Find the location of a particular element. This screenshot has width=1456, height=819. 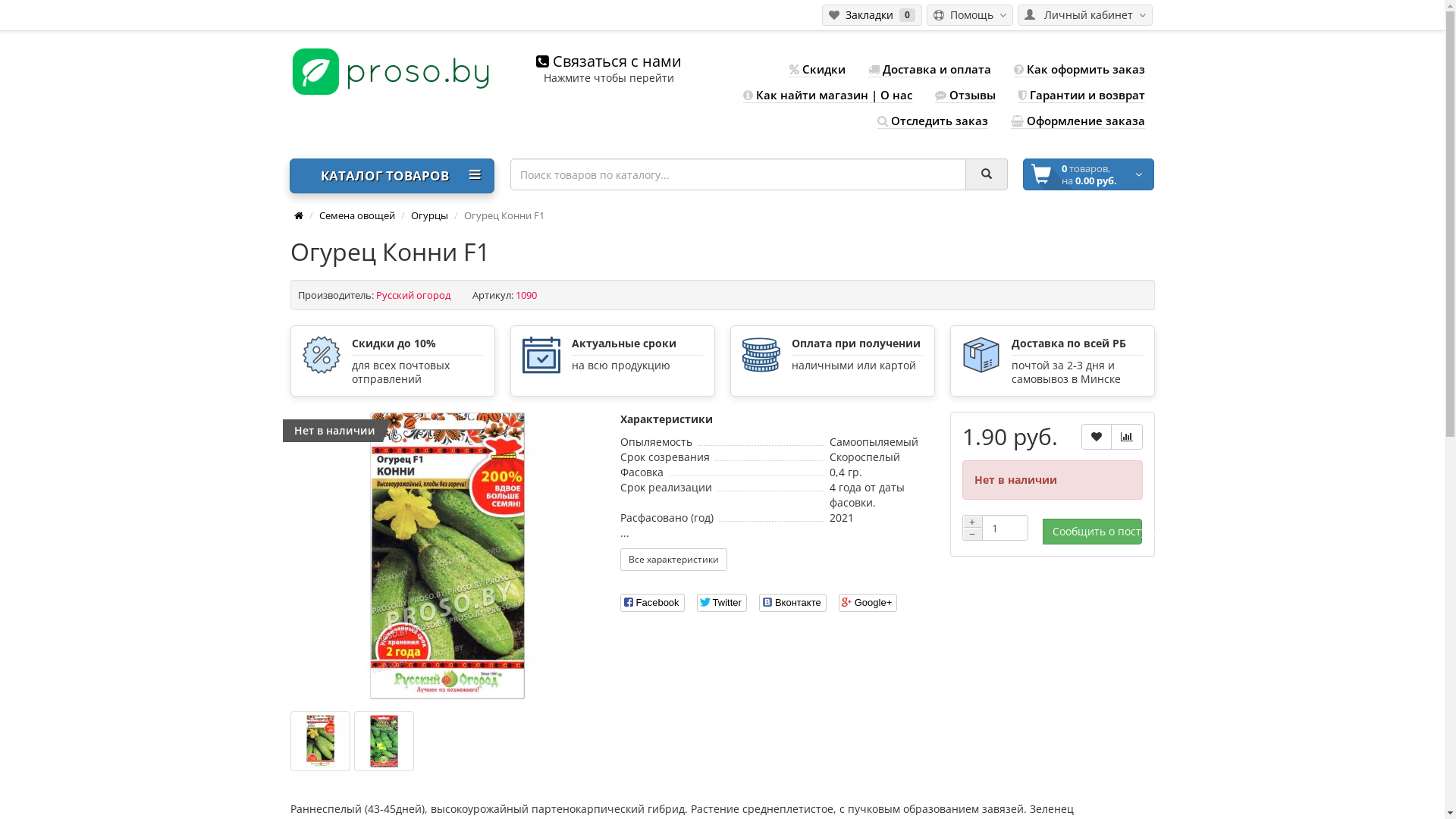

'+' is located at coordinates (972, 520).